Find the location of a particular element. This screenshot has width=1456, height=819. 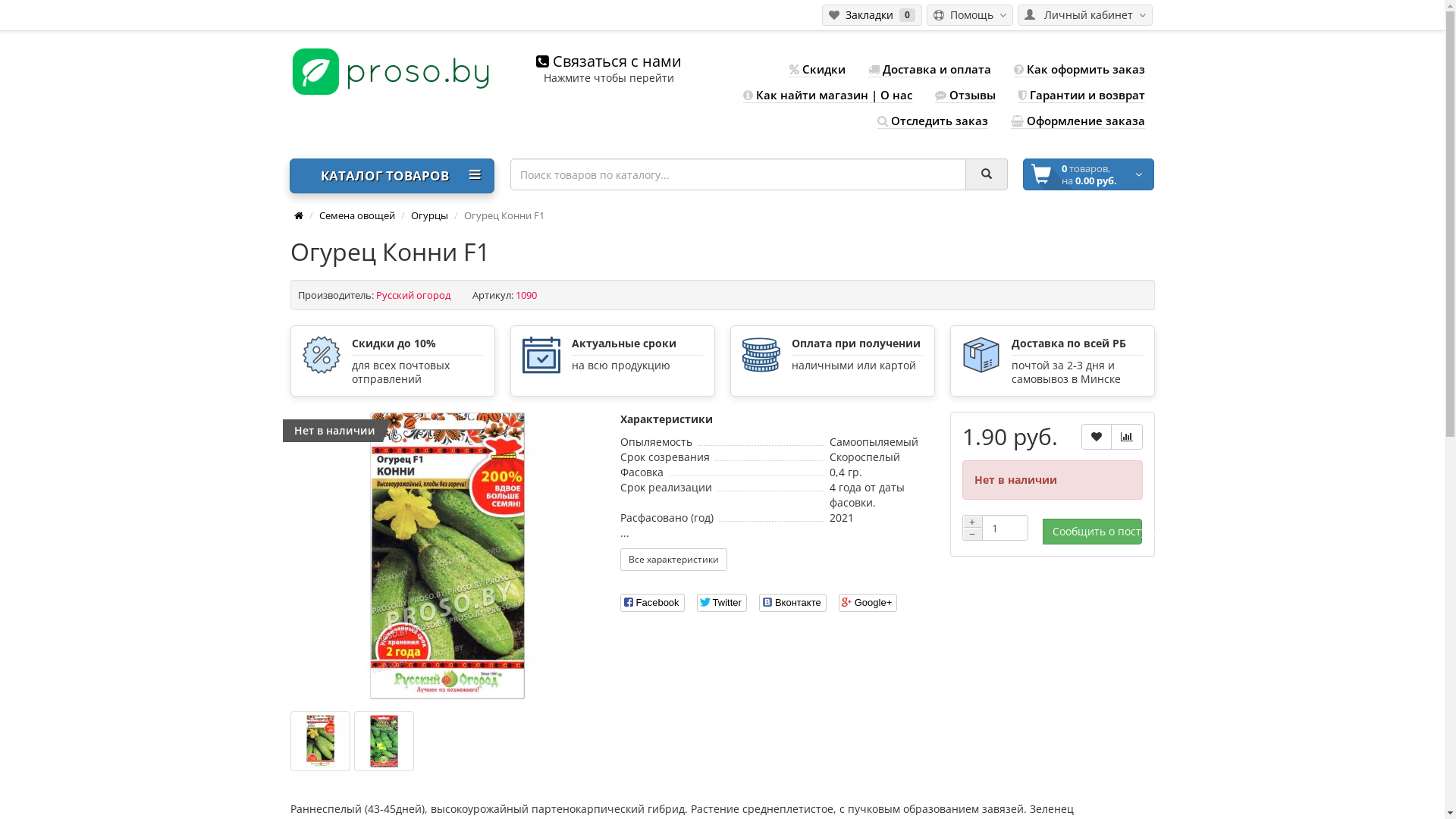

'+' is located at coordinates (972, 520).